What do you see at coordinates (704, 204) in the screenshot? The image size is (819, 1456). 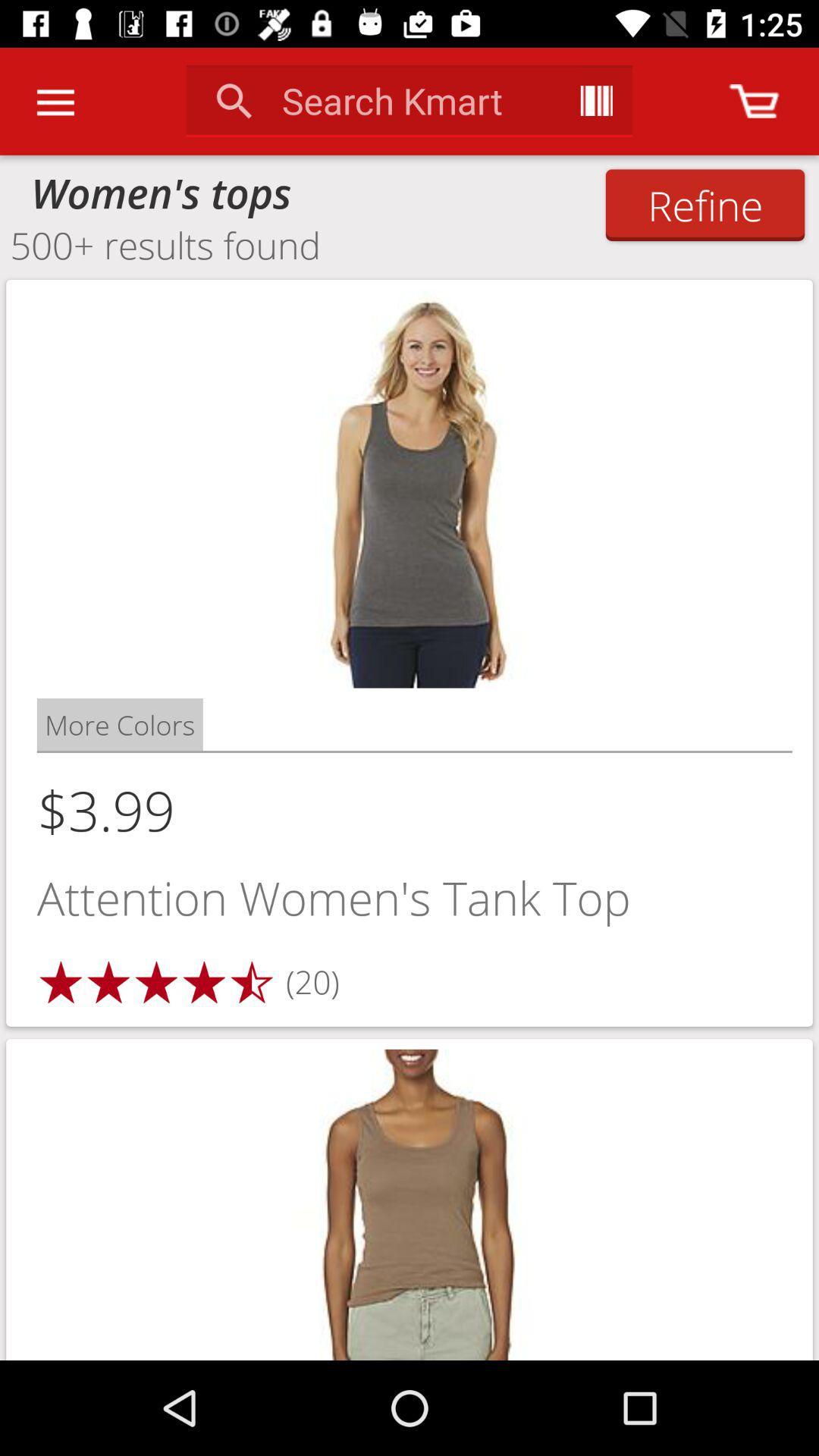 I see `item next to  women's tops icon` at bounding box center [704, 204].